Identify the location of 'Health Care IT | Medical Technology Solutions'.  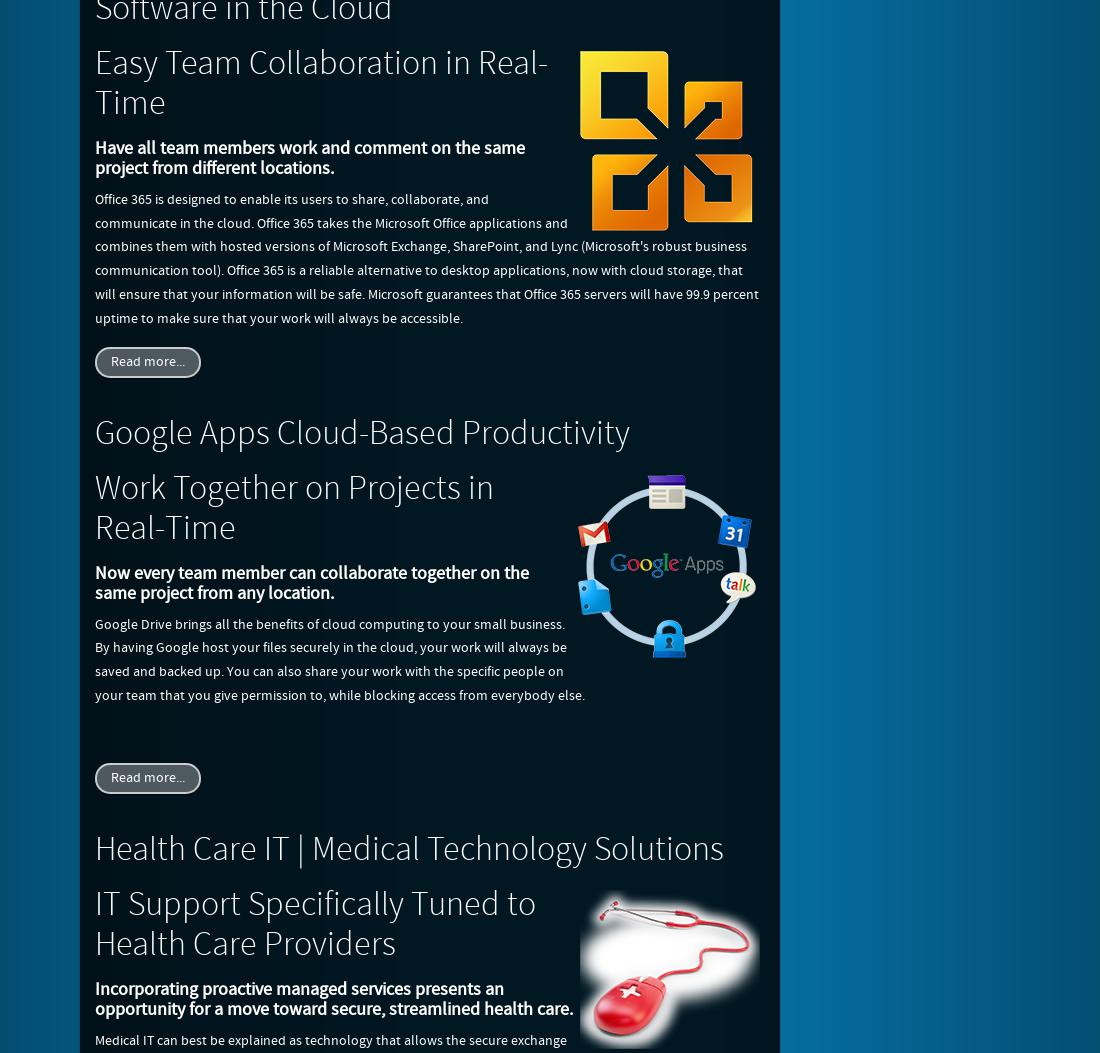
(409, 848).